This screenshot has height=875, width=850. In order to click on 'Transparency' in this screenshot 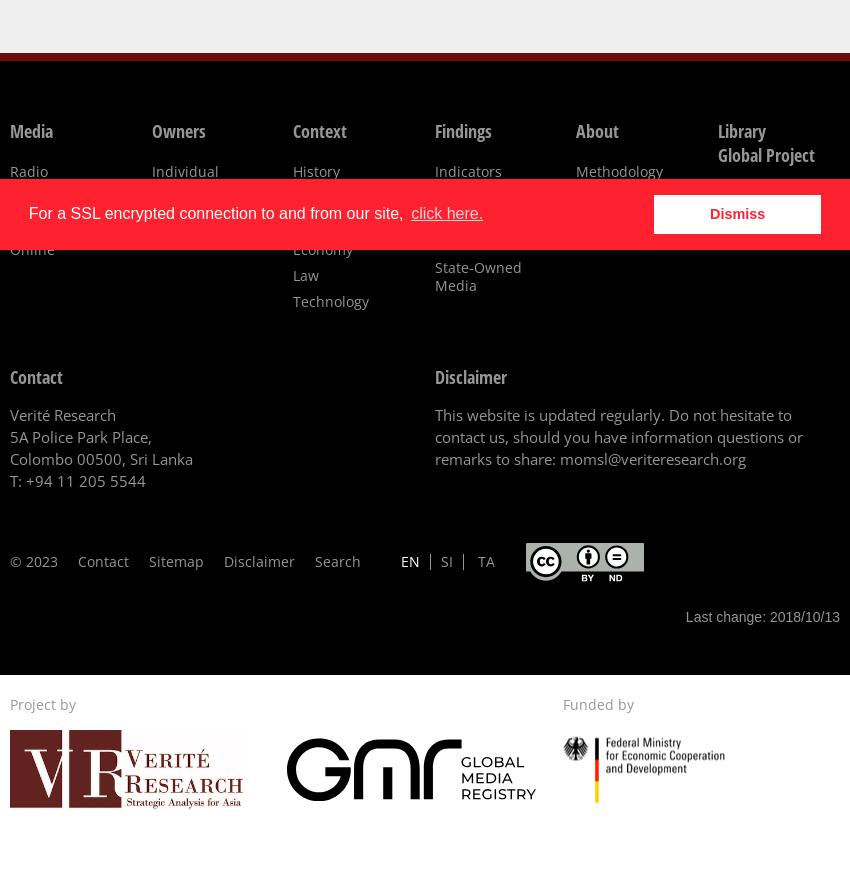, I will do `click(433, 197)`.